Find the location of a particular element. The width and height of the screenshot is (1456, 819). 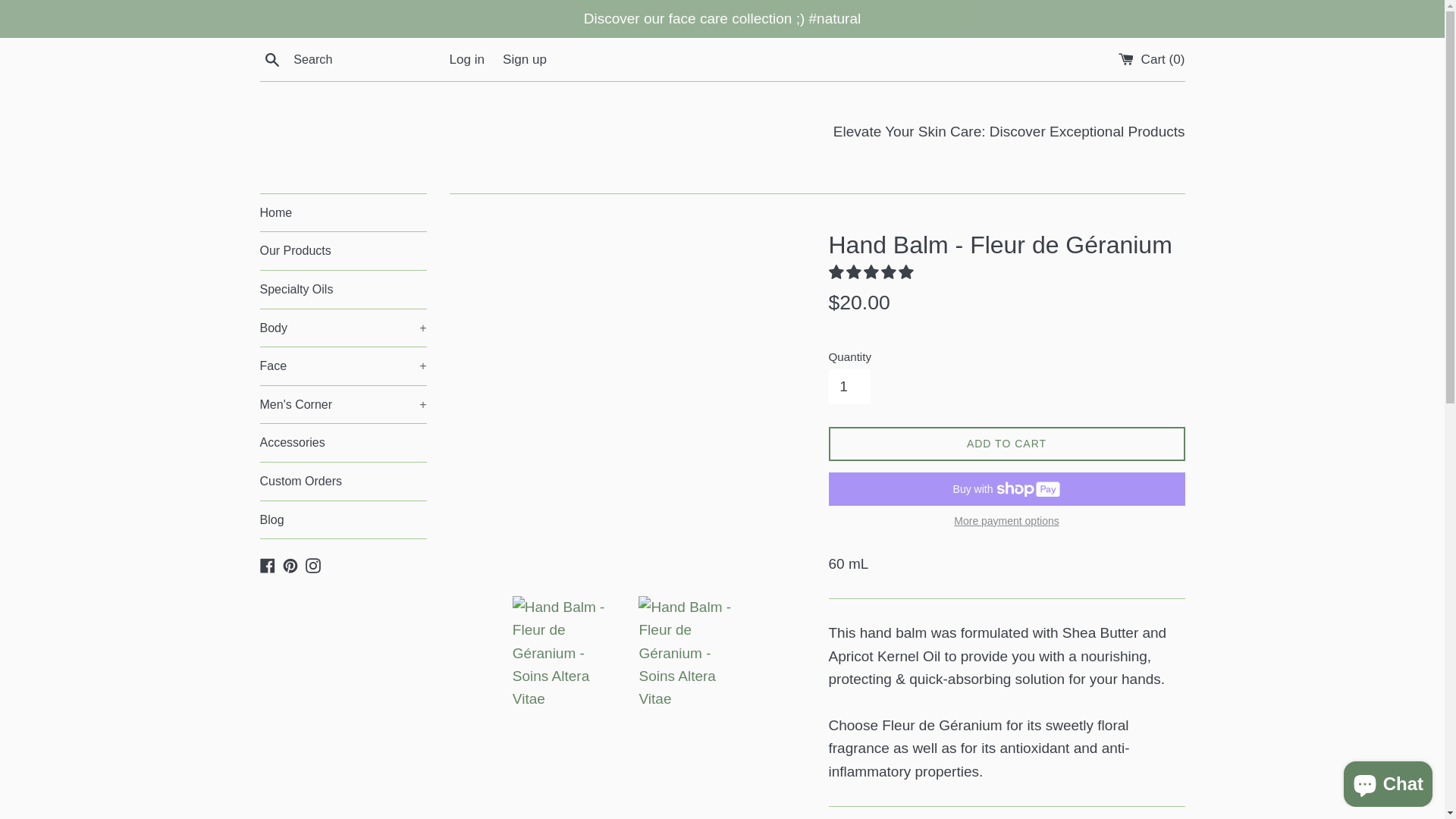

'Specialty Oils' is located at coordinates (341, 289).